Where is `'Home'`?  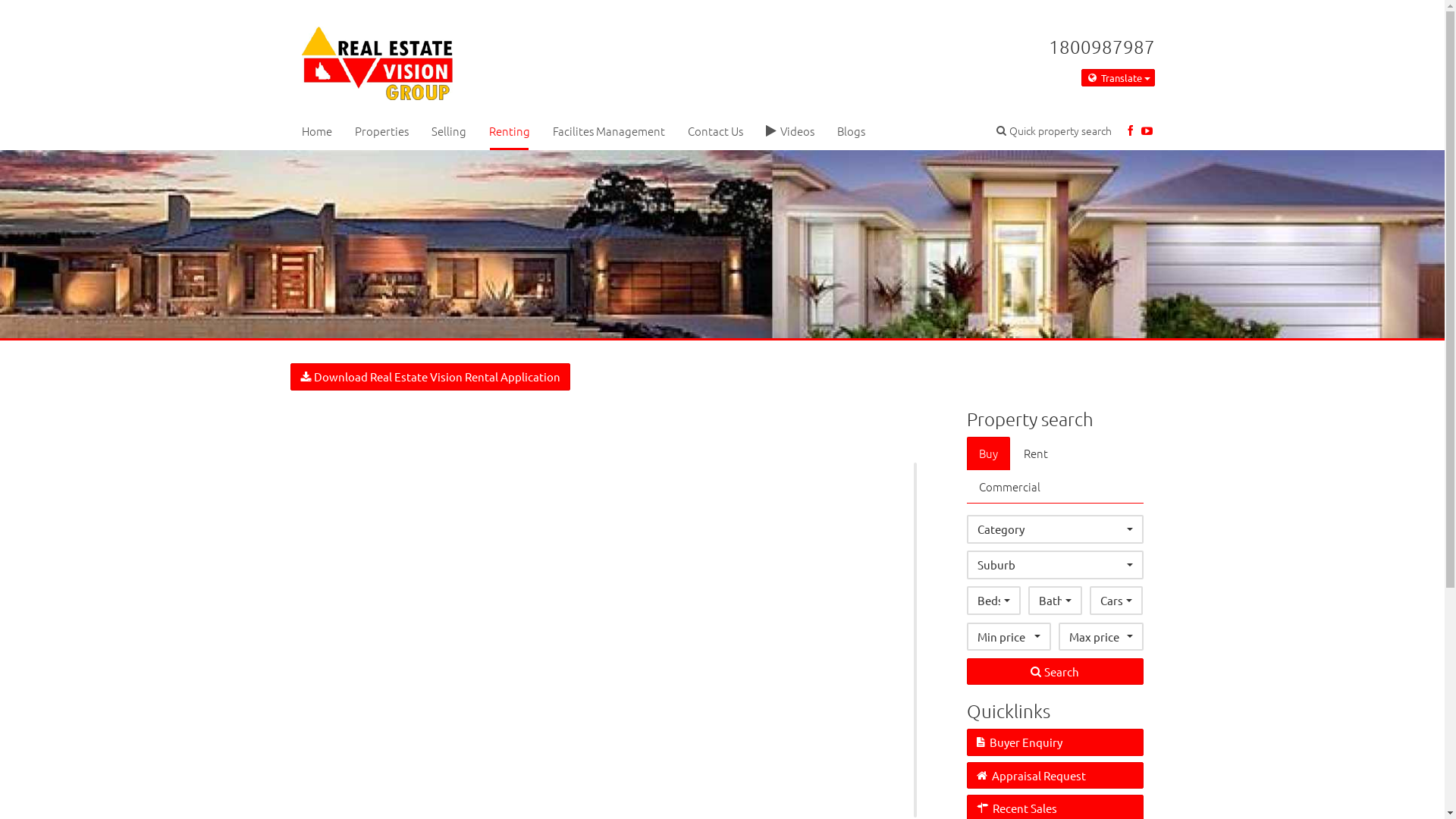 'Home' is located at coordinates (315, 130).